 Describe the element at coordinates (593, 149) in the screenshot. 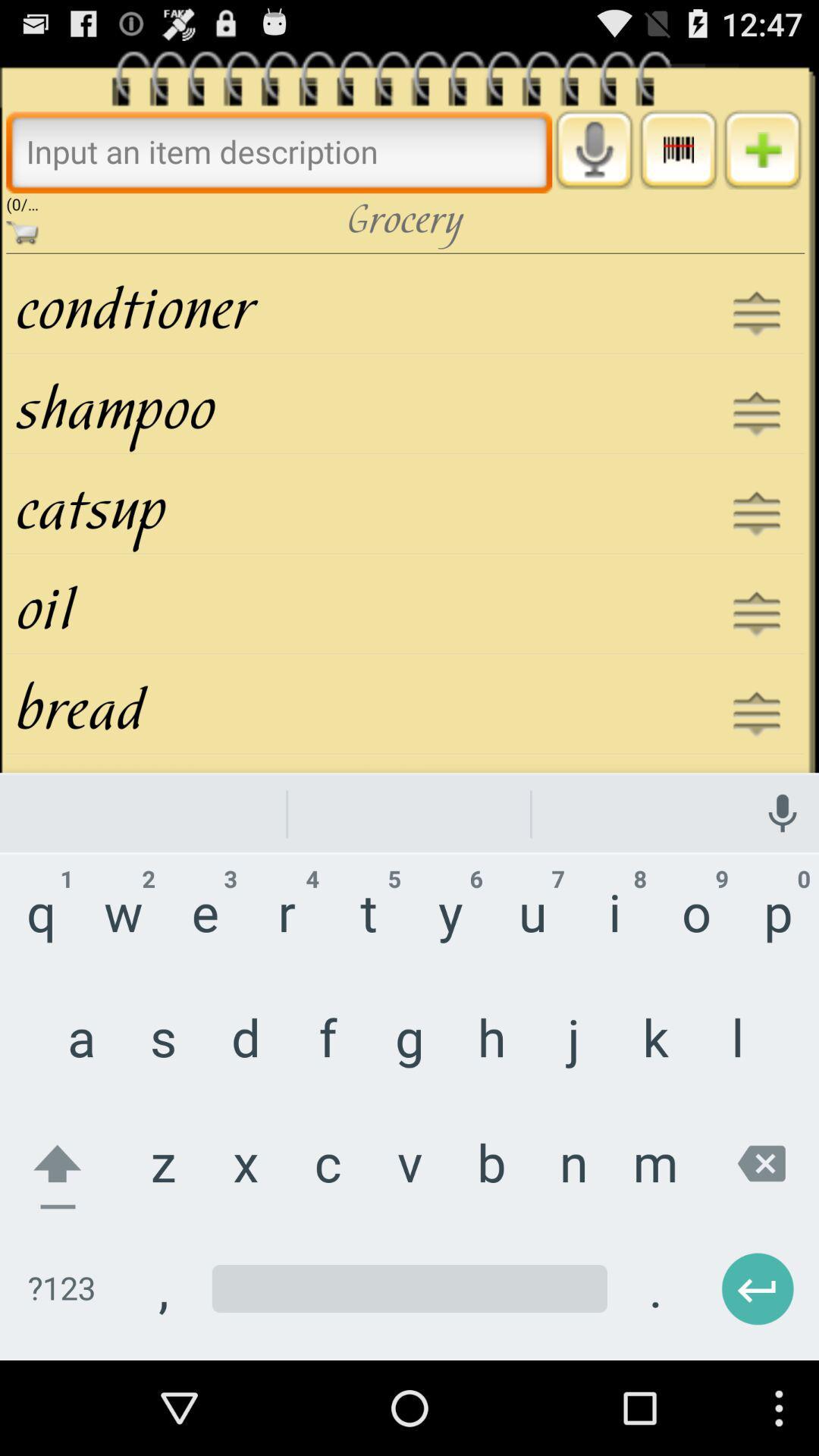

I see `open voice recorder` at that location.